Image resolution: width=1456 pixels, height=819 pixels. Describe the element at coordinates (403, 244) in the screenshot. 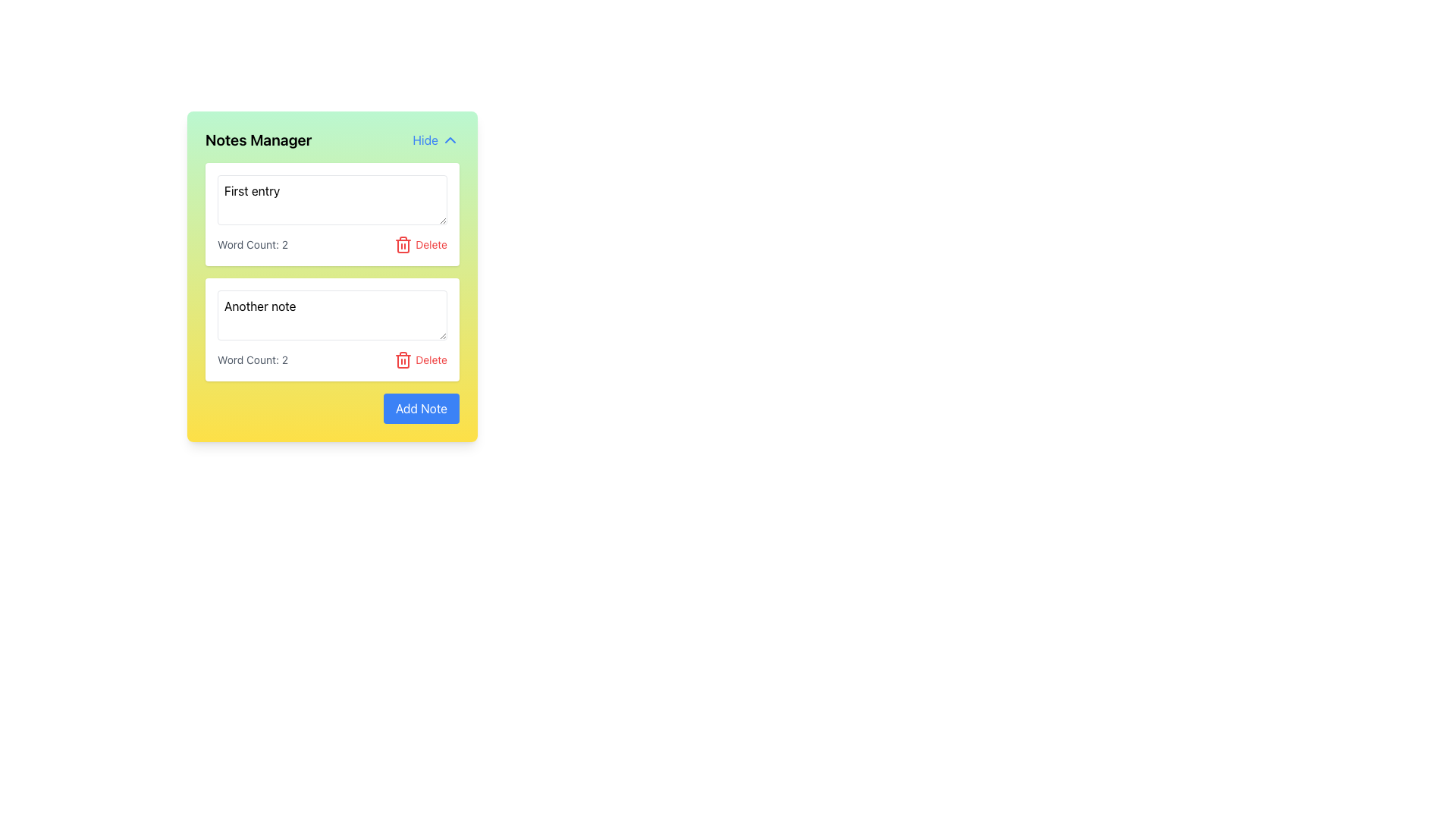

I see `the red trash can icon, which symbolizes a delete action, positioned to the right of the text fields labeled 'First entry' and 'Another note'` at that location.